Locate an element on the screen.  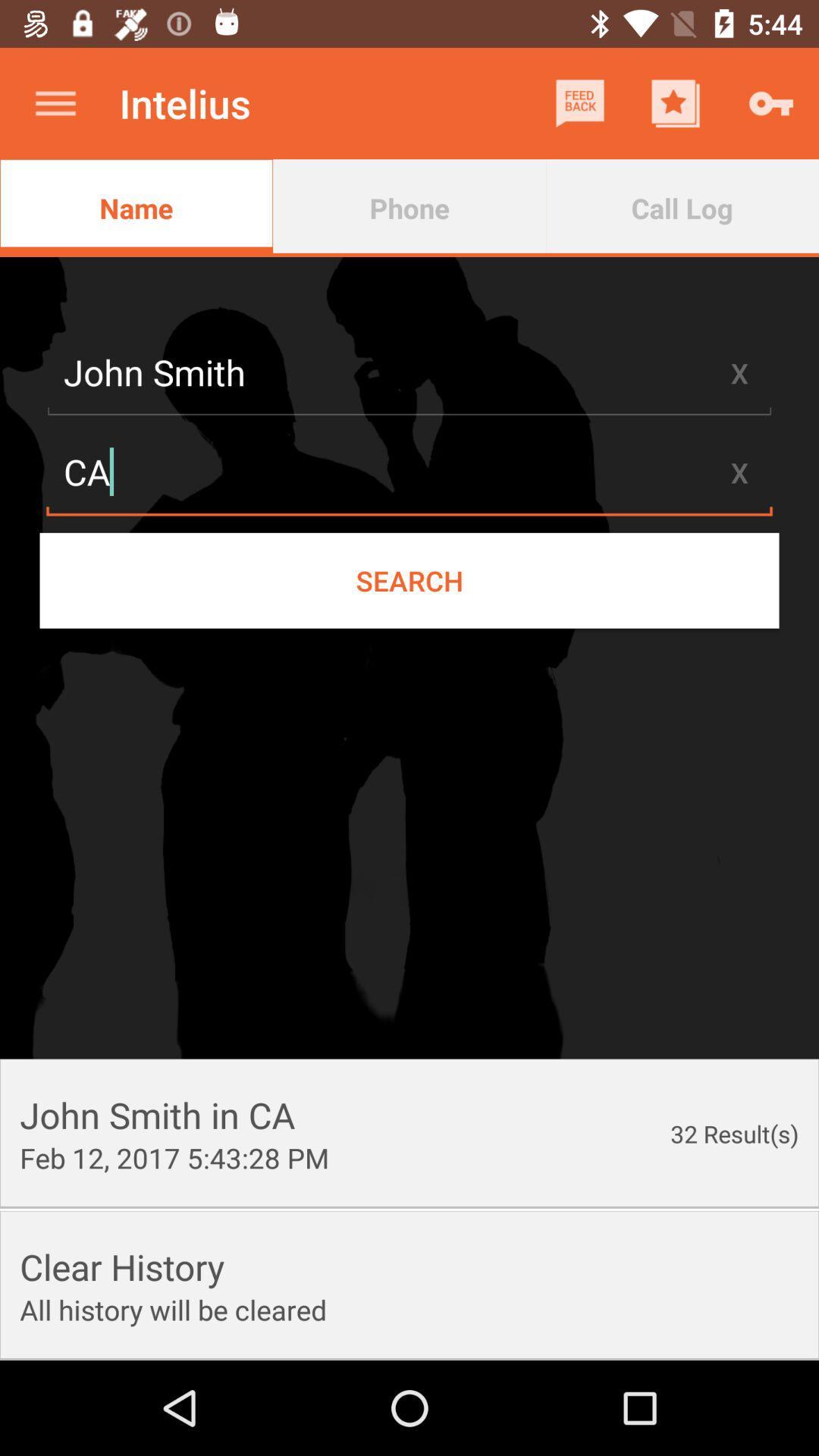
app next to the intelius item is located at coordinates (55, 102).